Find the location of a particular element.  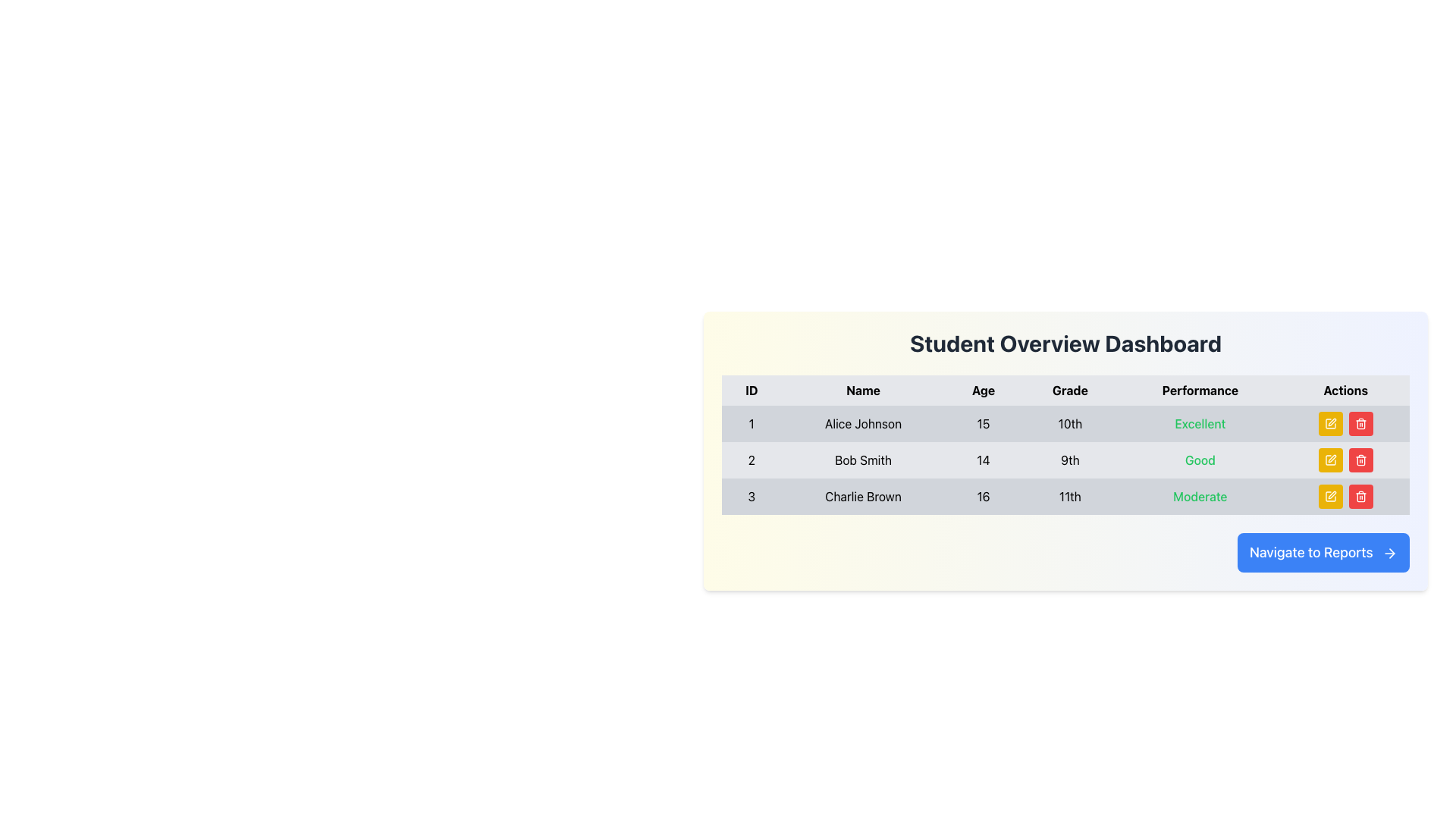

the edit button located in the 'Actions' column of the first row corresponding to 'Alice Johnson' is located at coordinates (1329, 424).